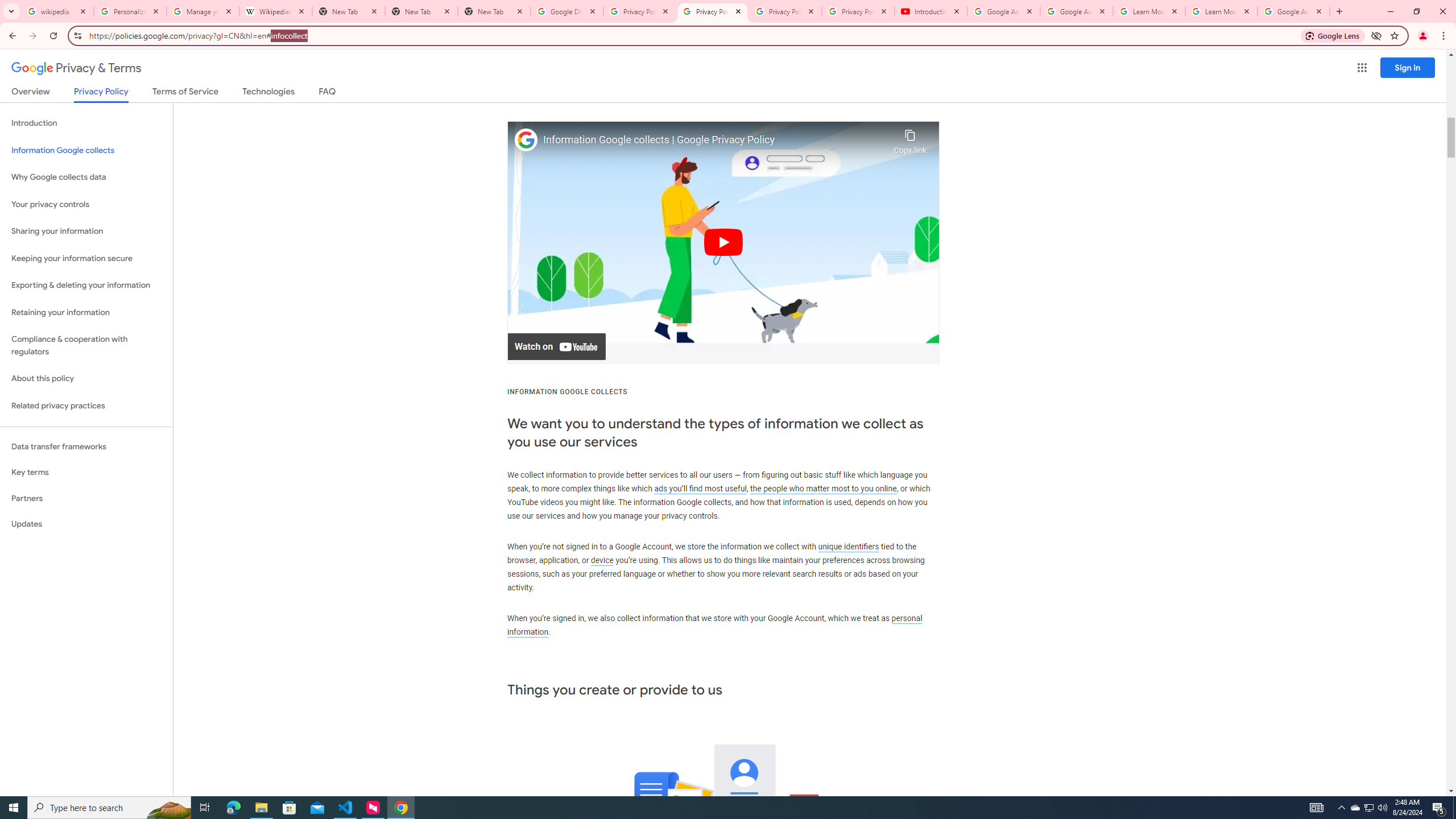  Describe the element at coordinates (86, 150) in the screenshot. I see `'Information Google collects'` at that location.